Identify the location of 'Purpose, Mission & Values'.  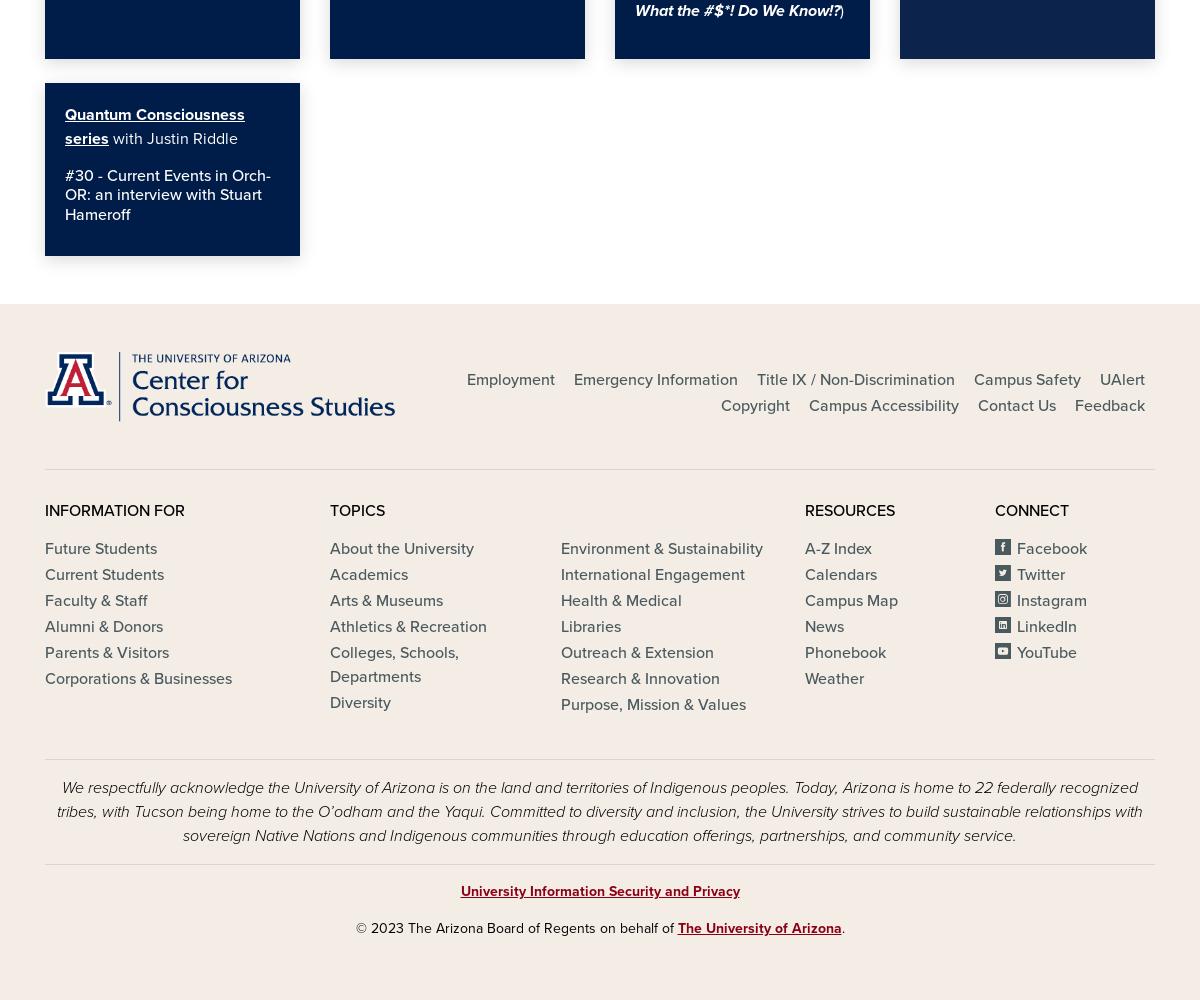
(652, 704).